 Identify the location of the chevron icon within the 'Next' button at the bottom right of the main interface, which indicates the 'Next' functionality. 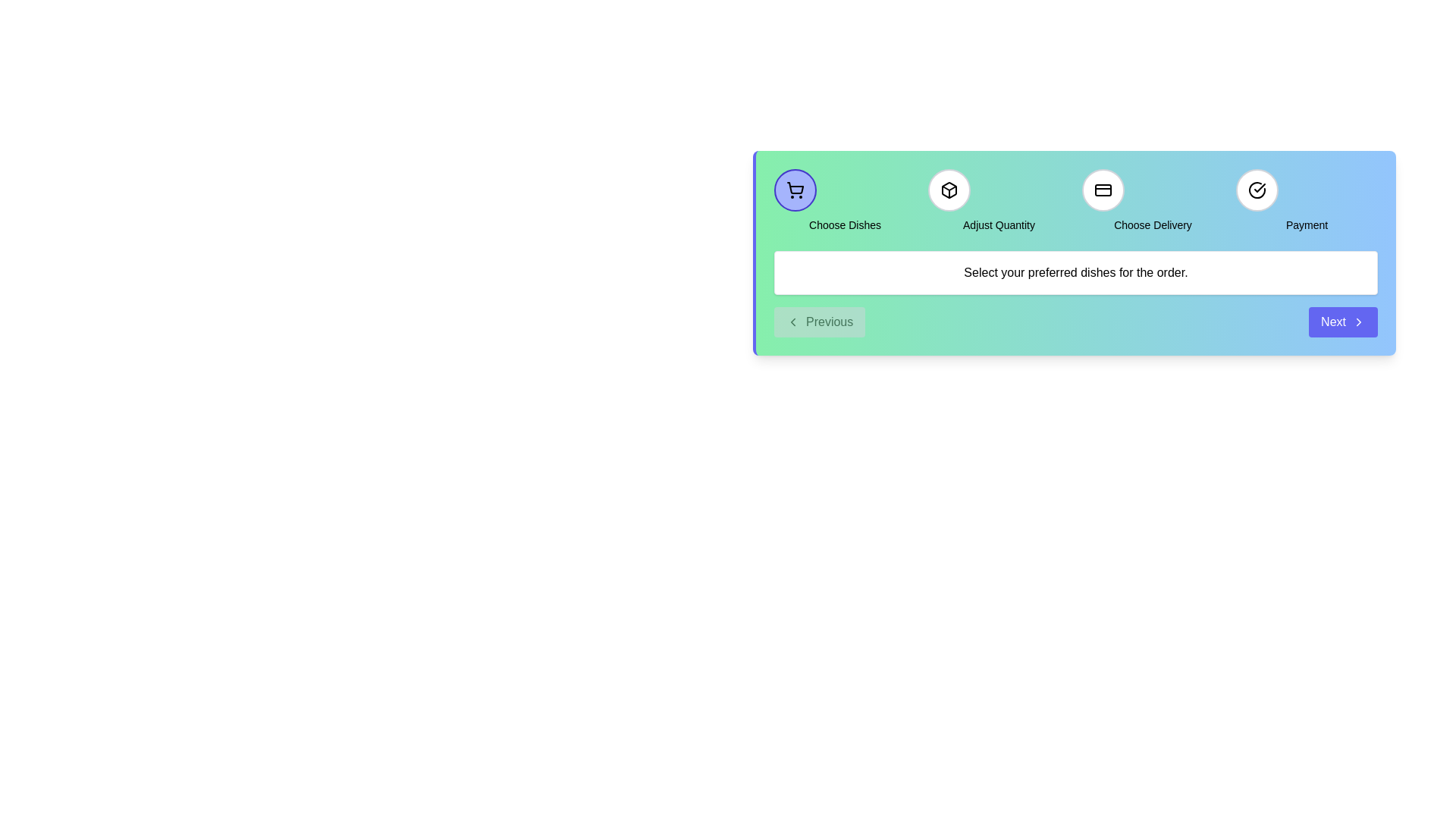
(1358, 321).